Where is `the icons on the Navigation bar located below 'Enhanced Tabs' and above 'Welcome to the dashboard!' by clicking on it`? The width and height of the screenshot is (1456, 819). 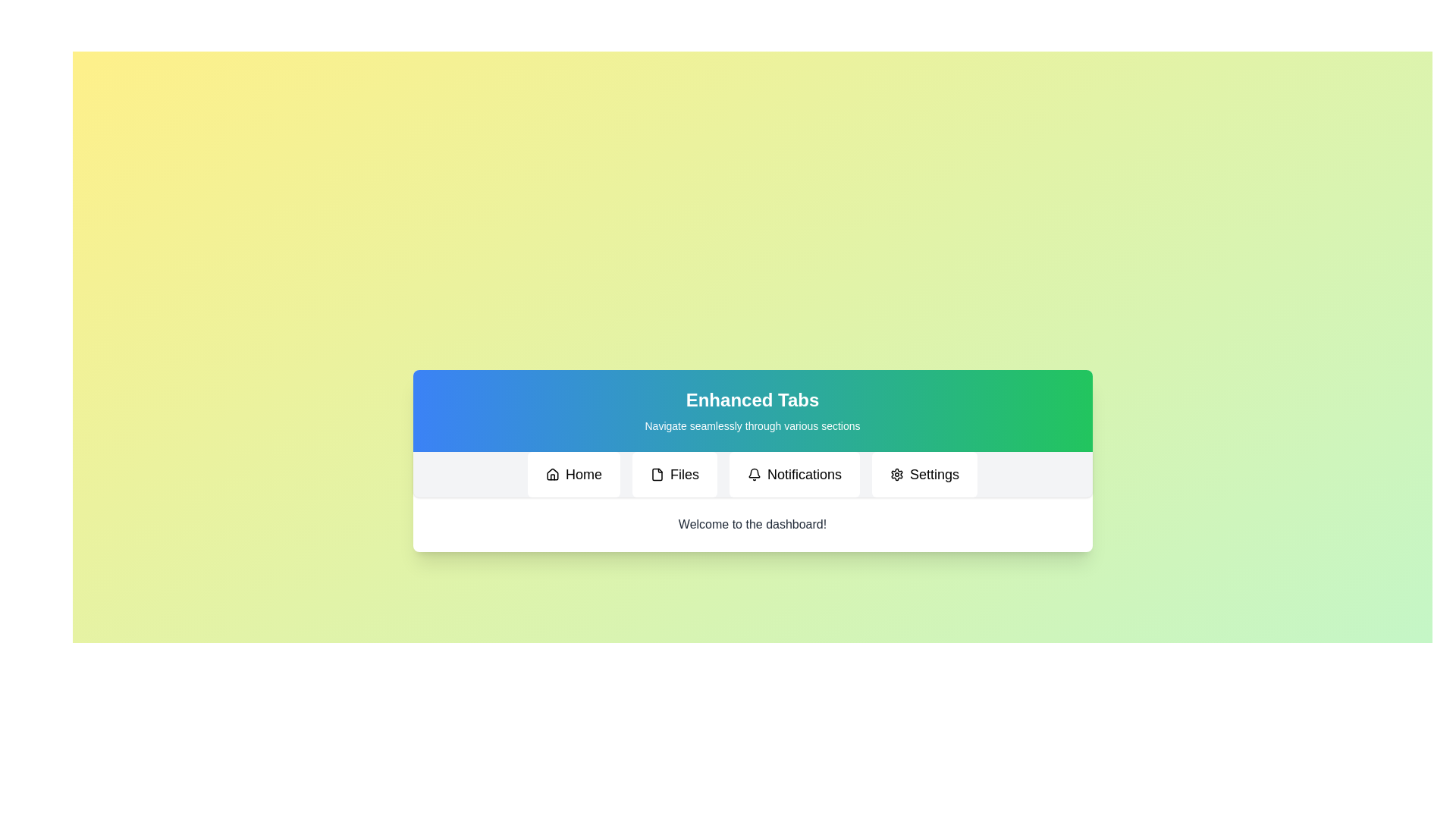 the icons on the Navigation bar located below 'Enhanced Tabs' and above 'Welcome to the dashboard!' by clicking on it is located at coordinates (752, 473).